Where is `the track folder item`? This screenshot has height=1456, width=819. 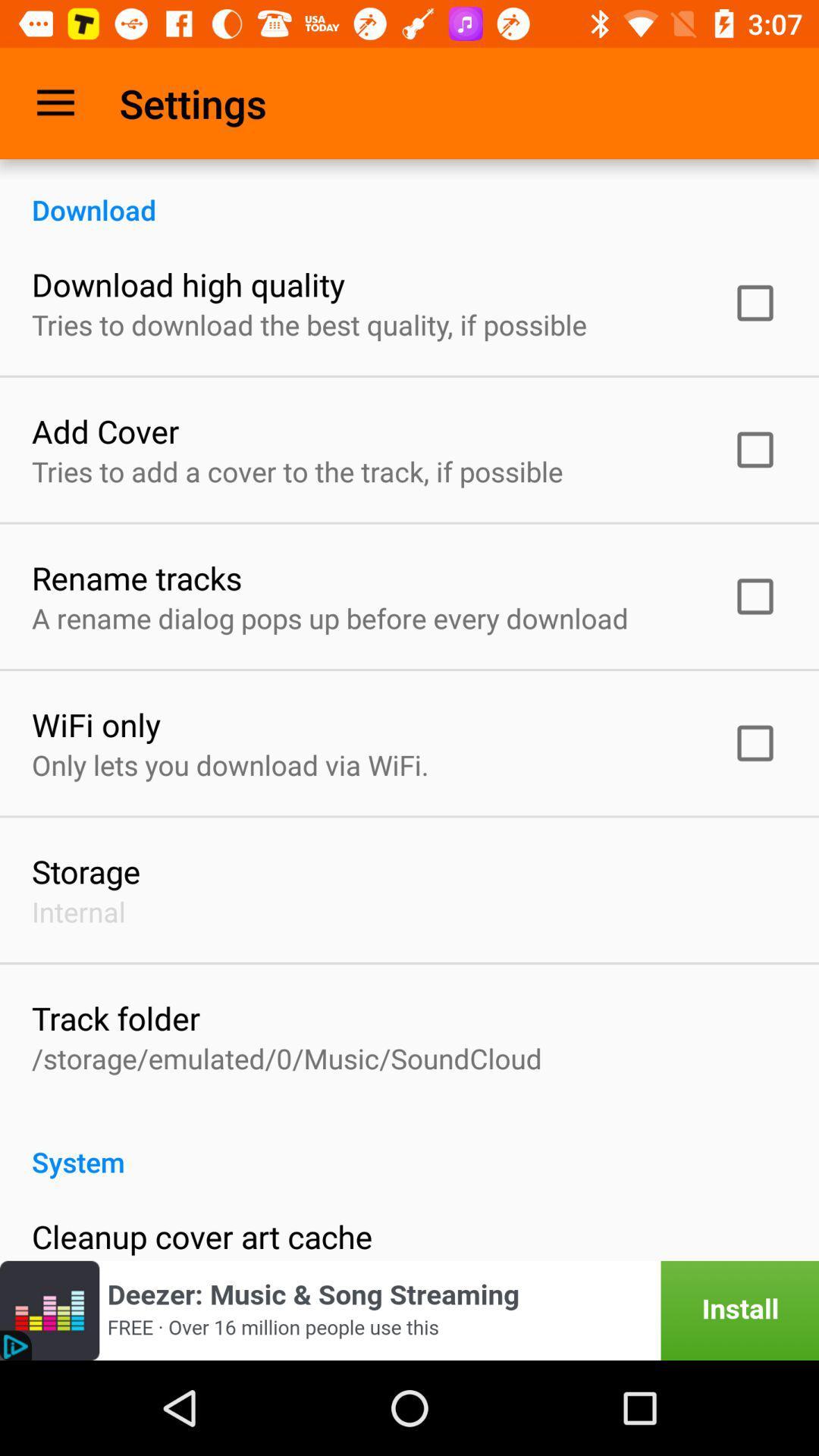 the track folder item is located at coordinates (115, 1018).